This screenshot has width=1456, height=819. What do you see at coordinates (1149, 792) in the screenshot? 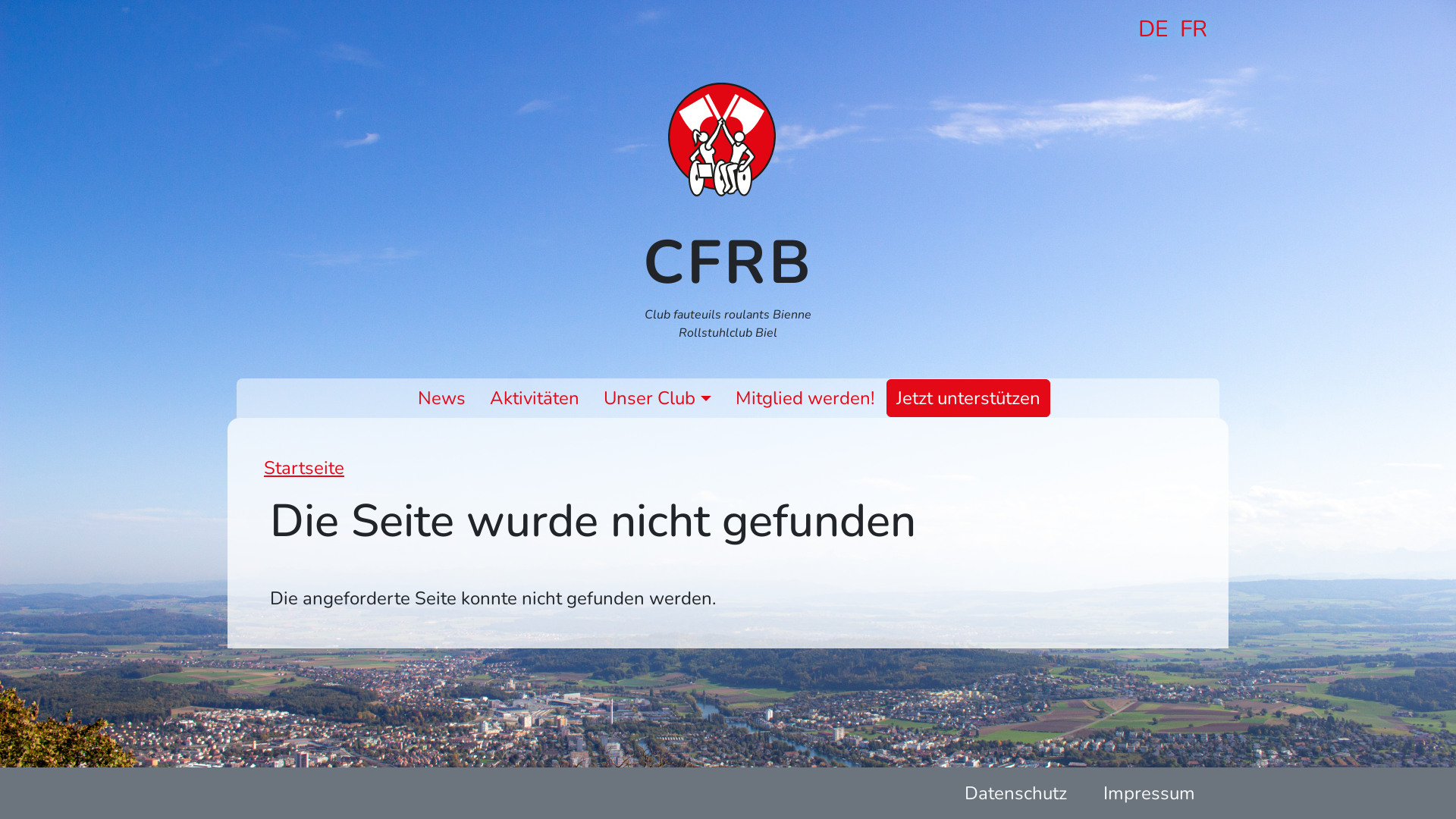
I see `'Impressum'` at bounding box center [1149, 792].